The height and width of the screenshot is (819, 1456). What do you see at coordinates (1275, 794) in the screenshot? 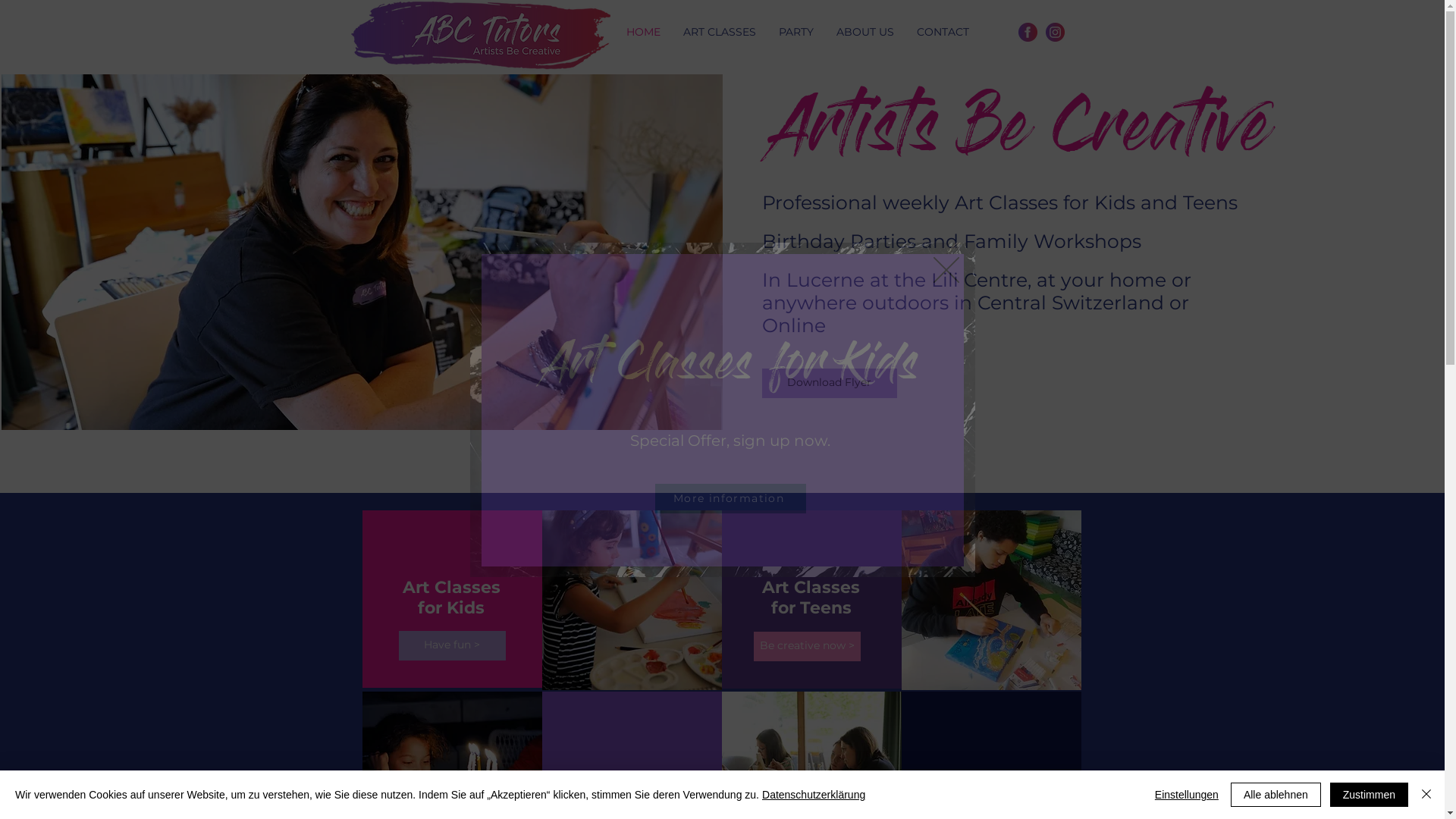
I see `'Alle ablehnen'` at bounding box center [1275, 794].